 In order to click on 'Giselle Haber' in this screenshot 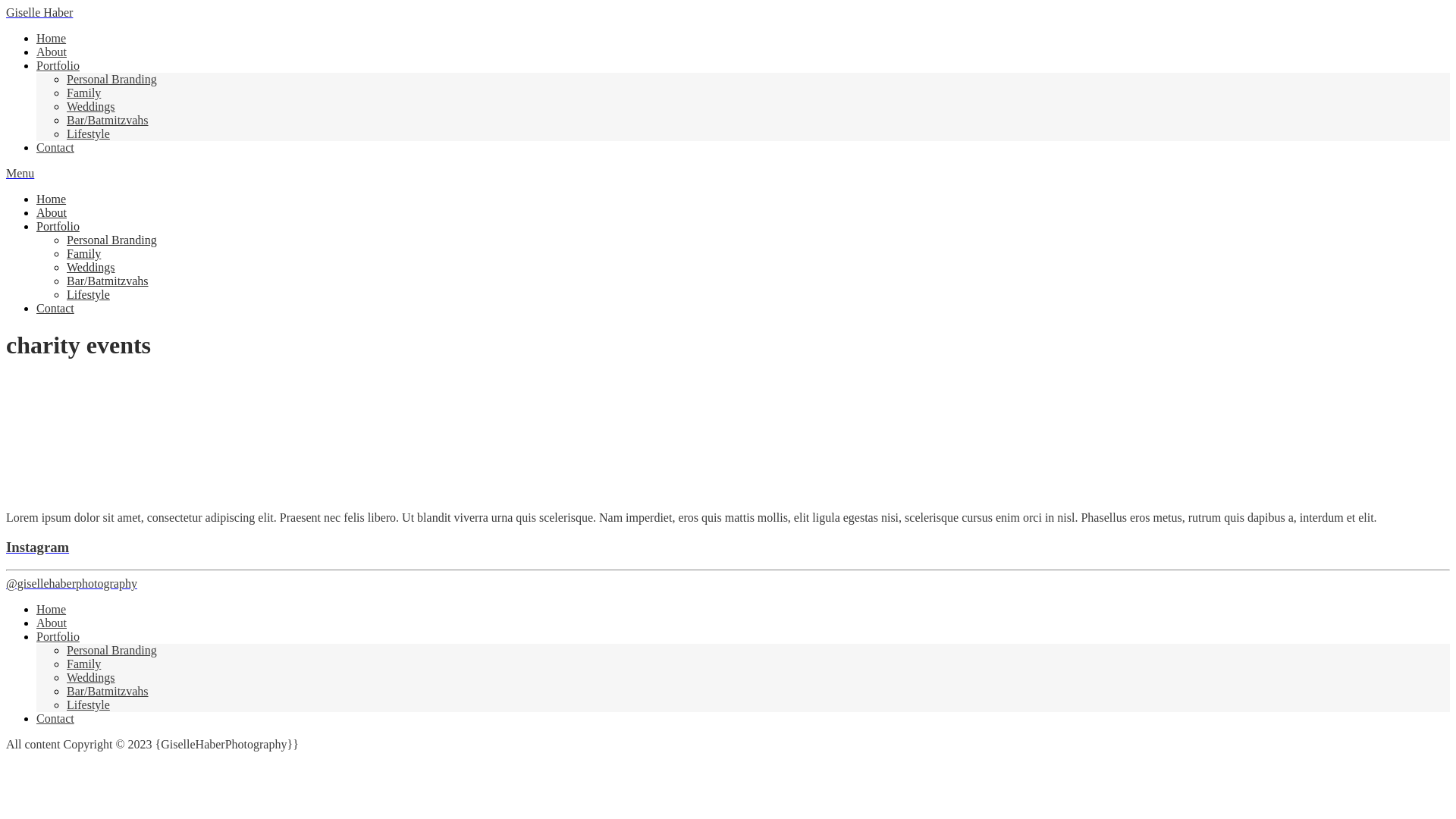, I will do `click(39, 12)`.